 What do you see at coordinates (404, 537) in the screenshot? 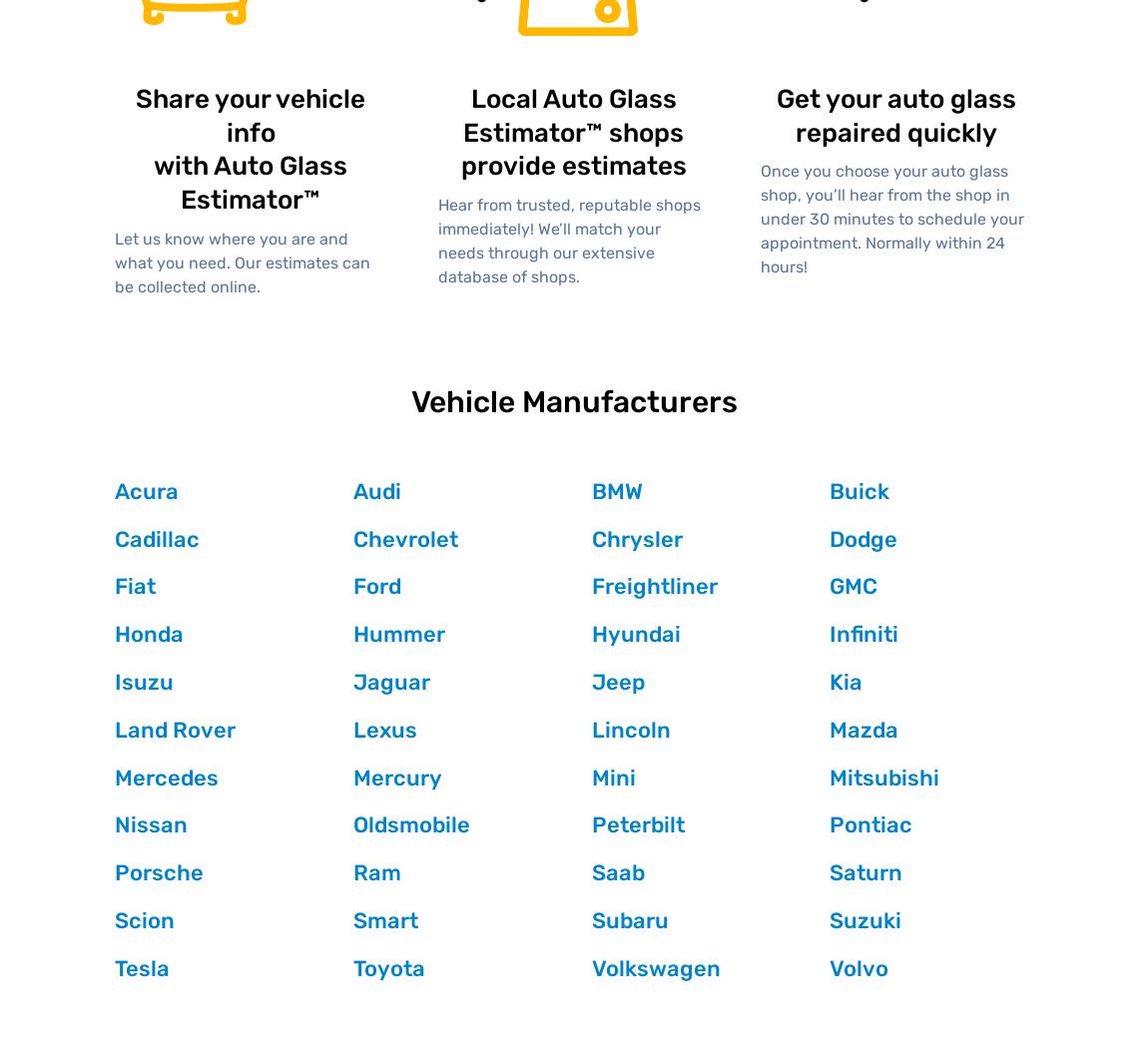
I see `'Chevrolet'` at bounding box center [404, 537].